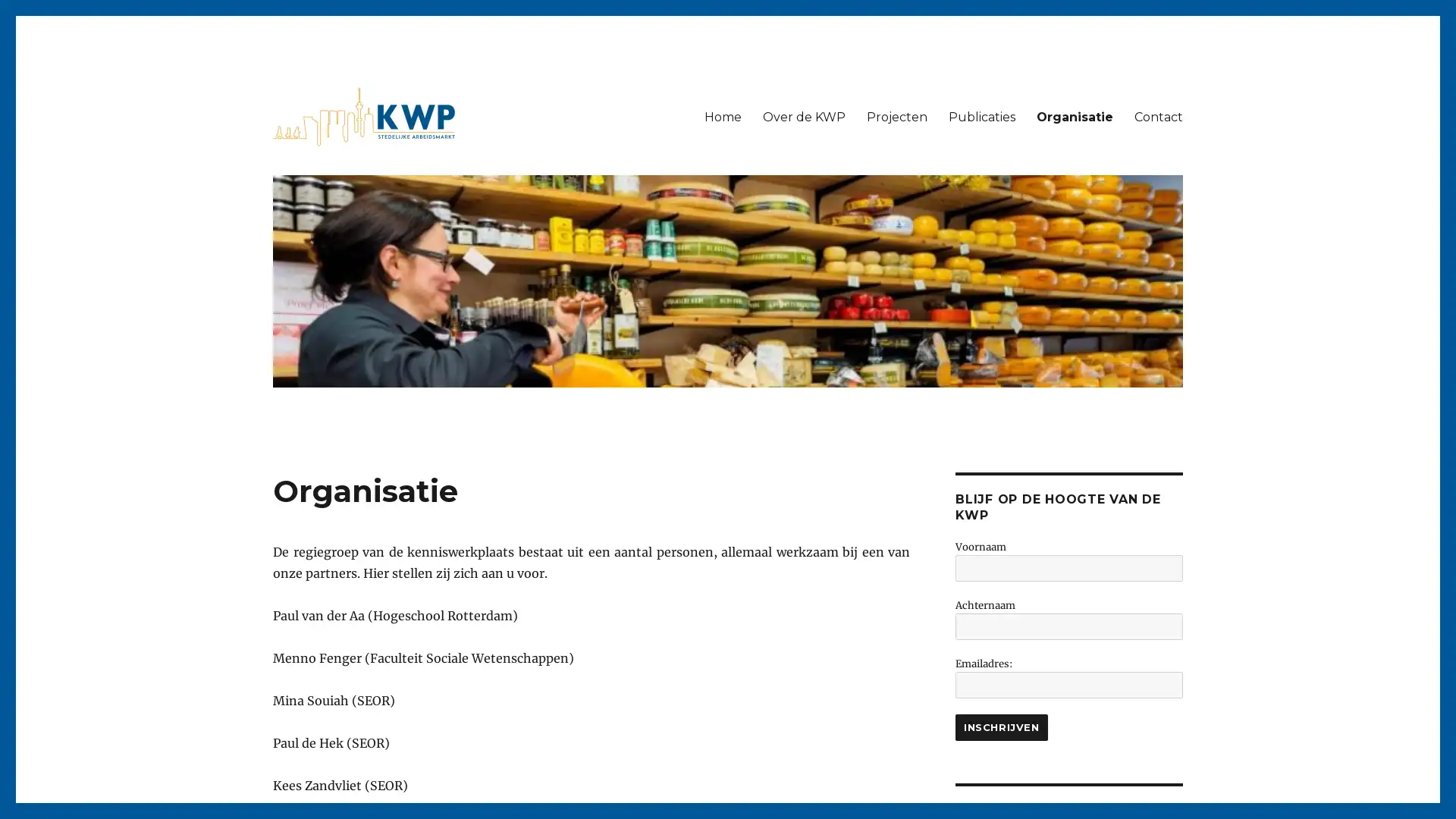  I want to click on Inschrijven, so click(1001, 726).